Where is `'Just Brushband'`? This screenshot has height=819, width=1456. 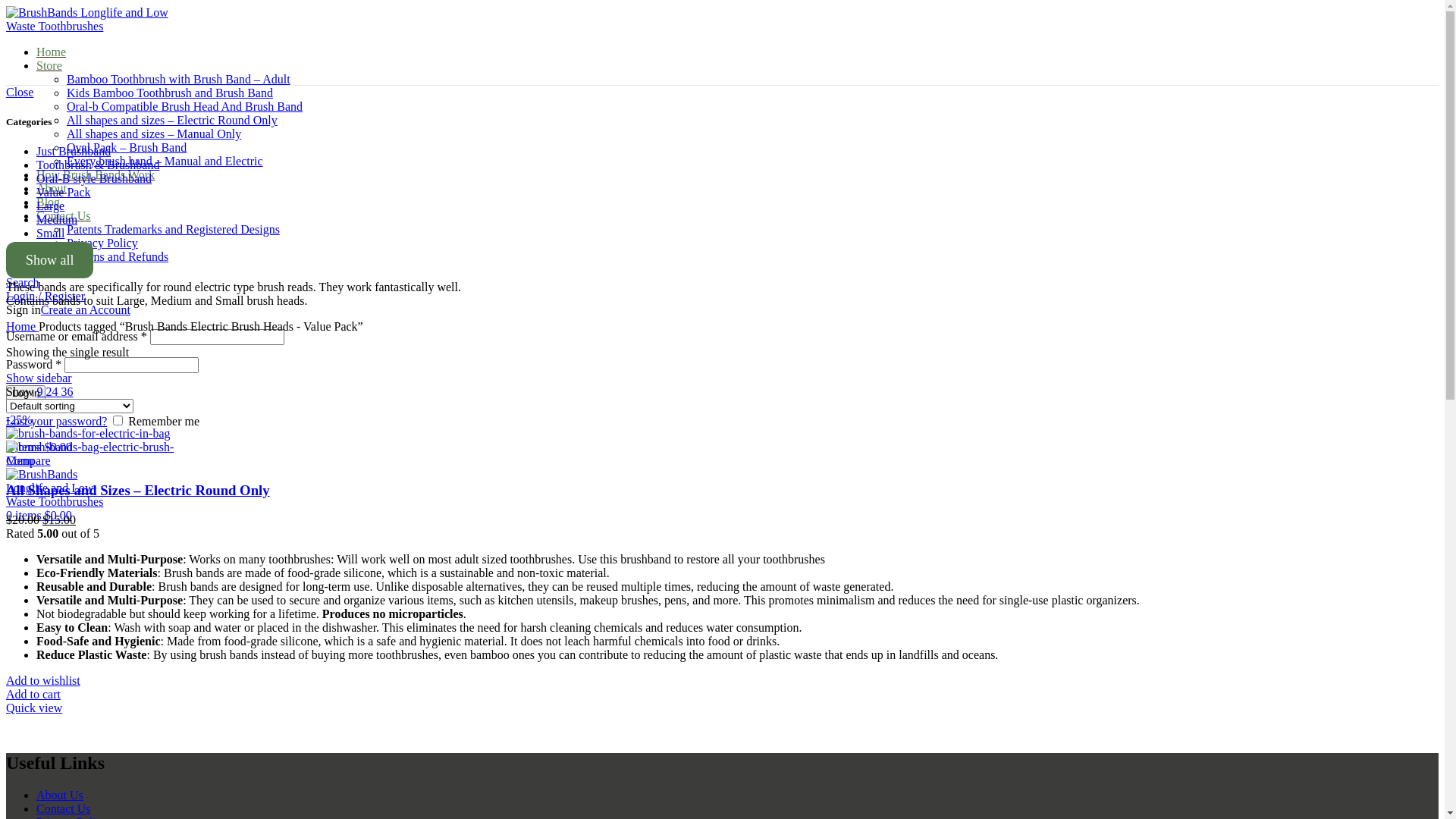
'Just Brushband' is located at coordinates (72, 151).